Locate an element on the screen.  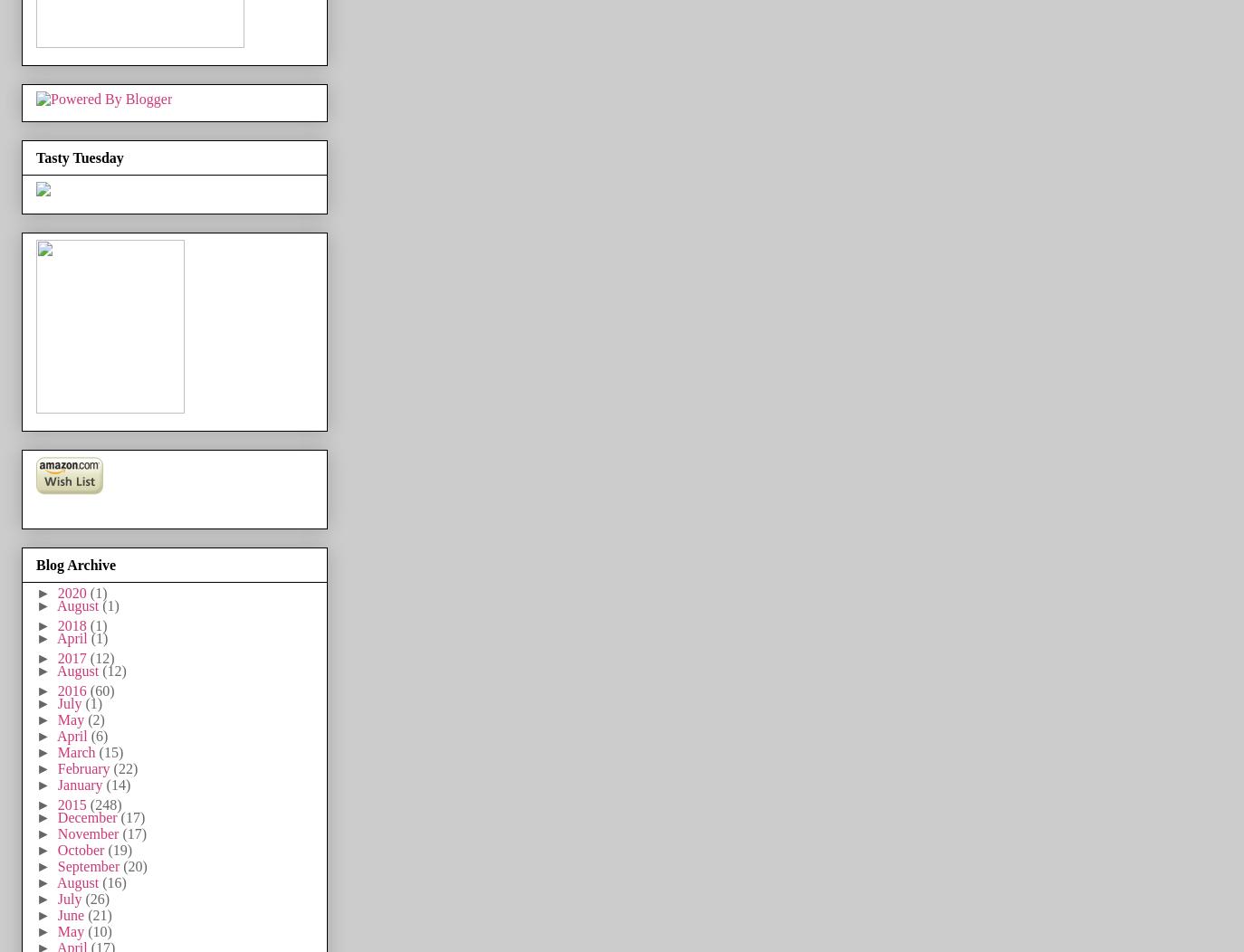
'March' is located at coordinates (77, 751).